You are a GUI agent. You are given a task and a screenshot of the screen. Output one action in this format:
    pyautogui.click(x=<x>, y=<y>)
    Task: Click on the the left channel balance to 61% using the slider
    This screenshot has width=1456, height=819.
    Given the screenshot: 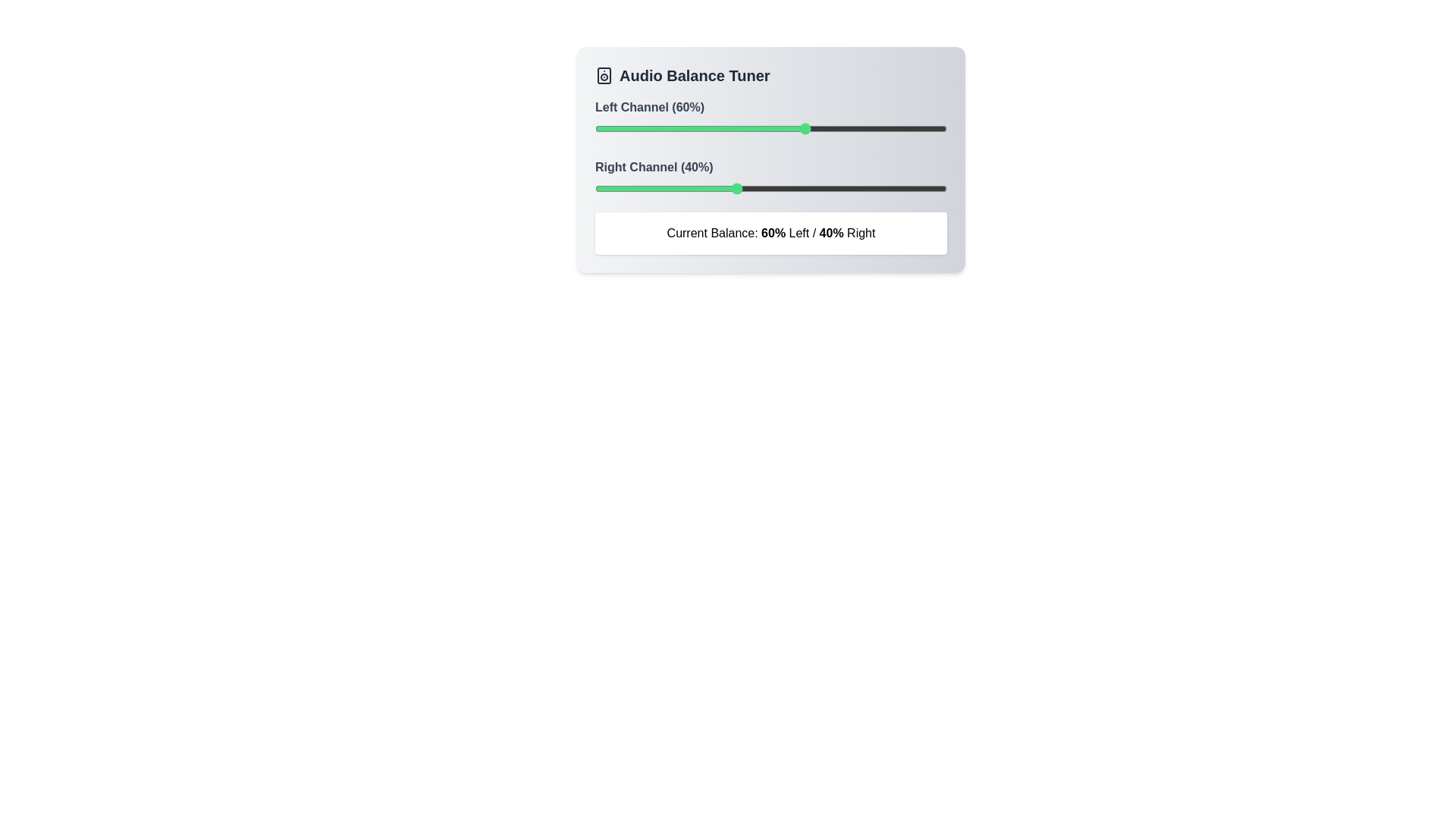 What is the action you would take?
    pyautogui.click(x=809, y=127)
    